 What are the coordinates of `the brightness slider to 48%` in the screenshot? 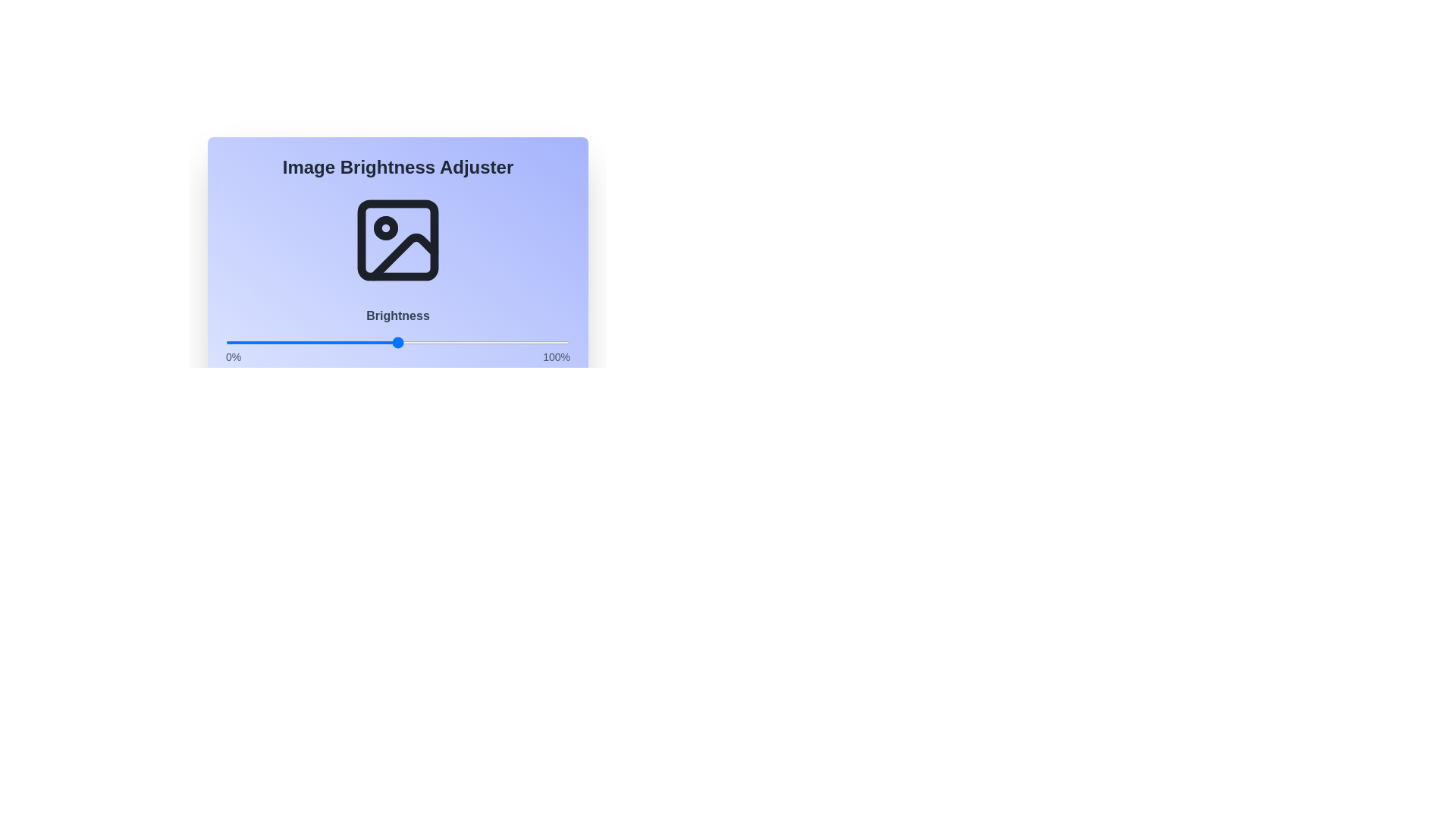 It's located at (391, 342).